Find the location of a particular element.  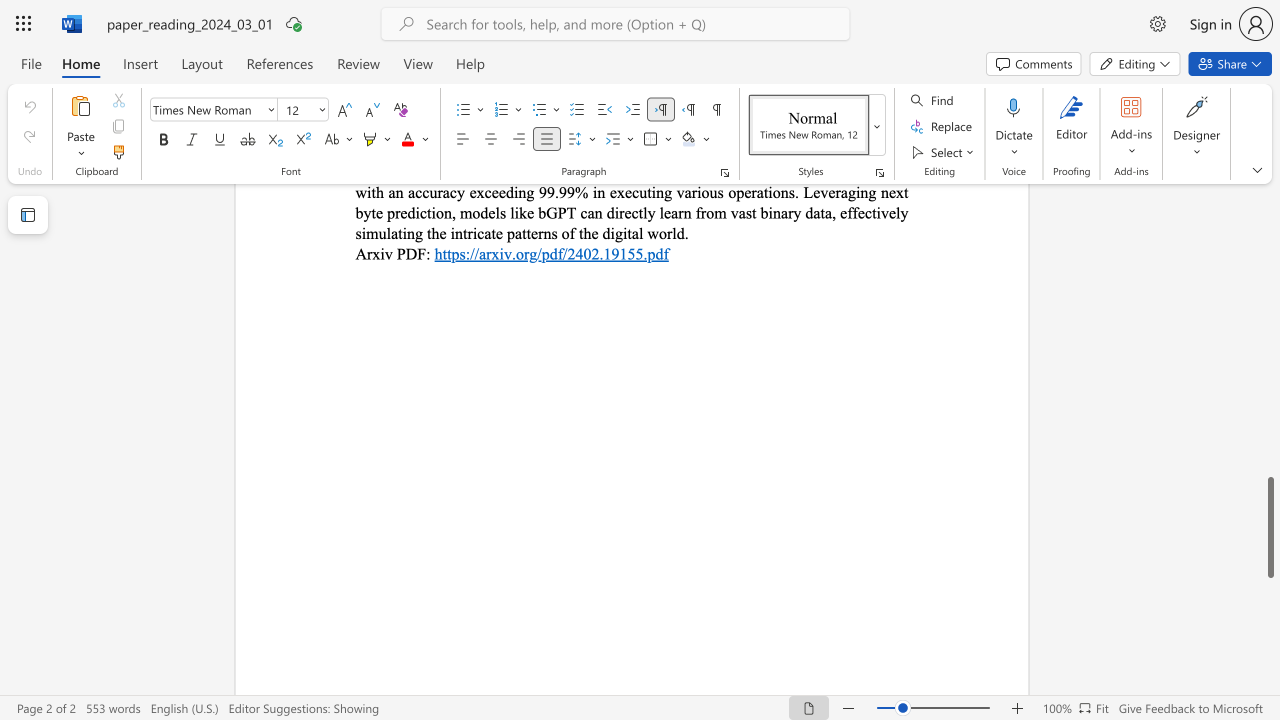

the scrollbar to adjust the page upward is located at coordinates (1269, 348).